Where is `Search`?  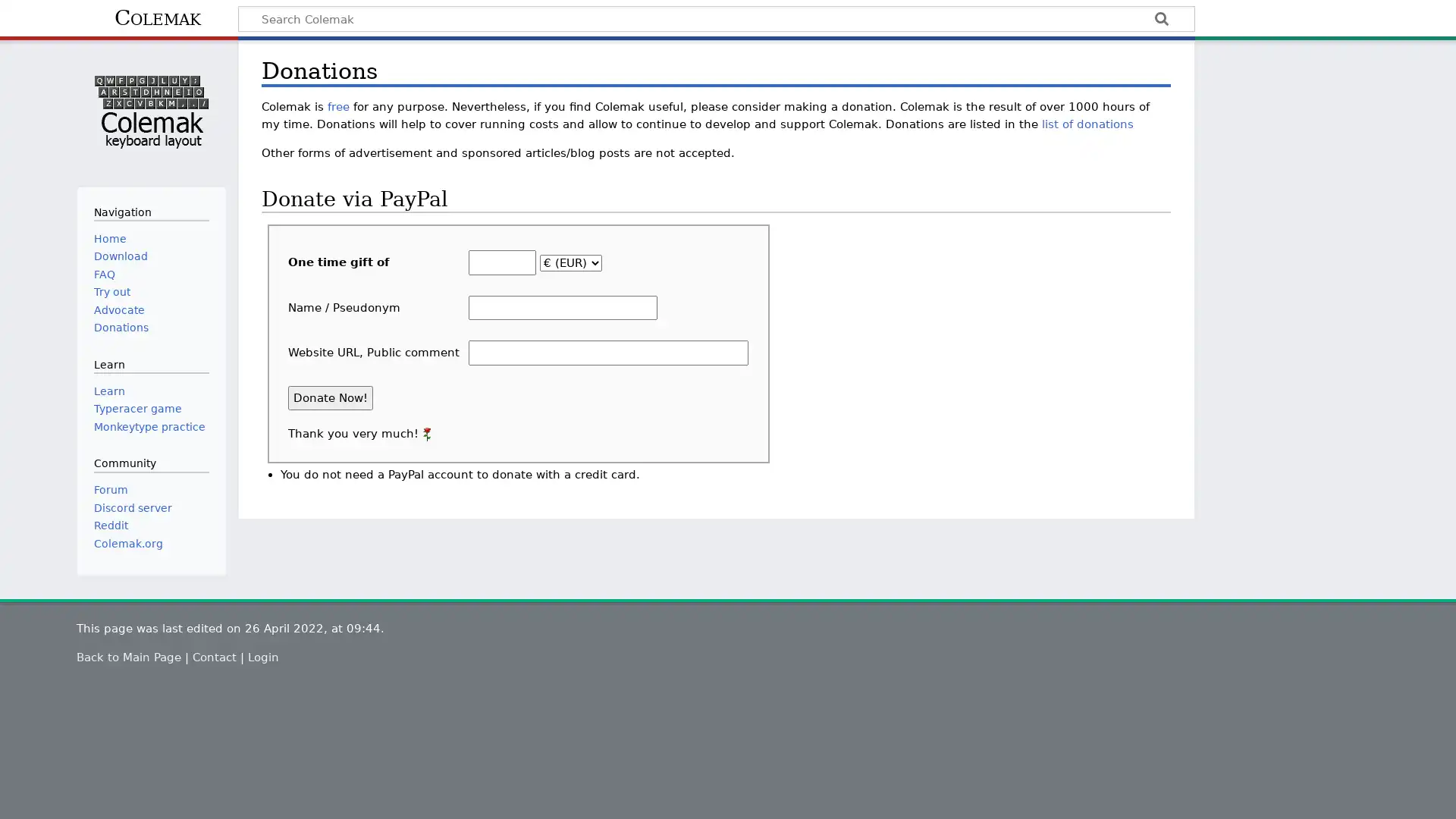 Search is located at coordinates (1160, 20).